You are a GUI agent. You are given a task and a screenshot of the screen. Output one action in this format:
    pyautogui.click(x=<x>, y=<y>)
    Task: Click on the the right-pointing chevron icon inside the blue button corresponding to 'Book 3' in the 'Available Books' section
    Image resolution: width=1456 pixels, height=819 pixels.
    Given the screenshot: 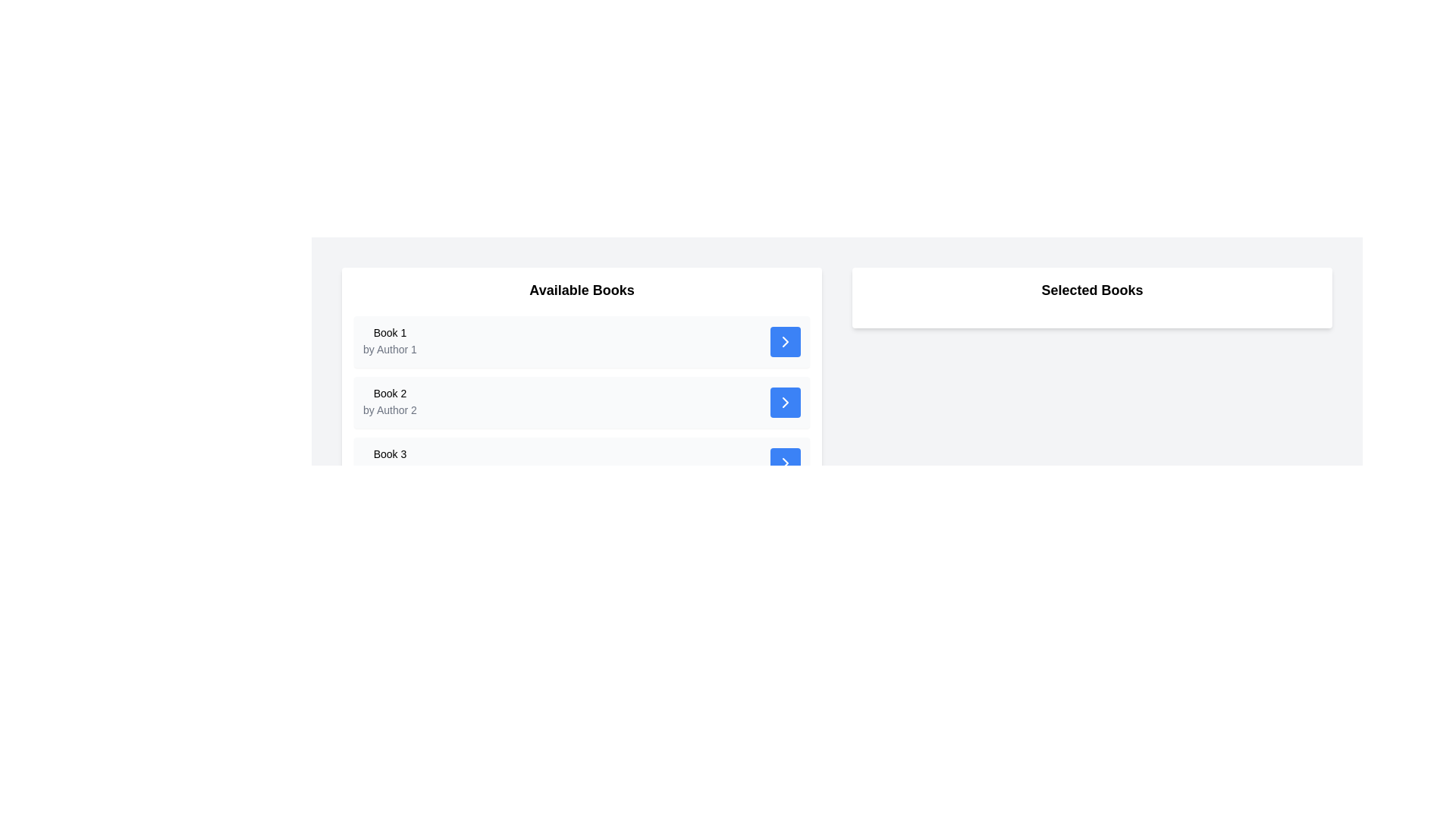 What is the action you would take?
    pyautogui.click(x=786, y=462)
    